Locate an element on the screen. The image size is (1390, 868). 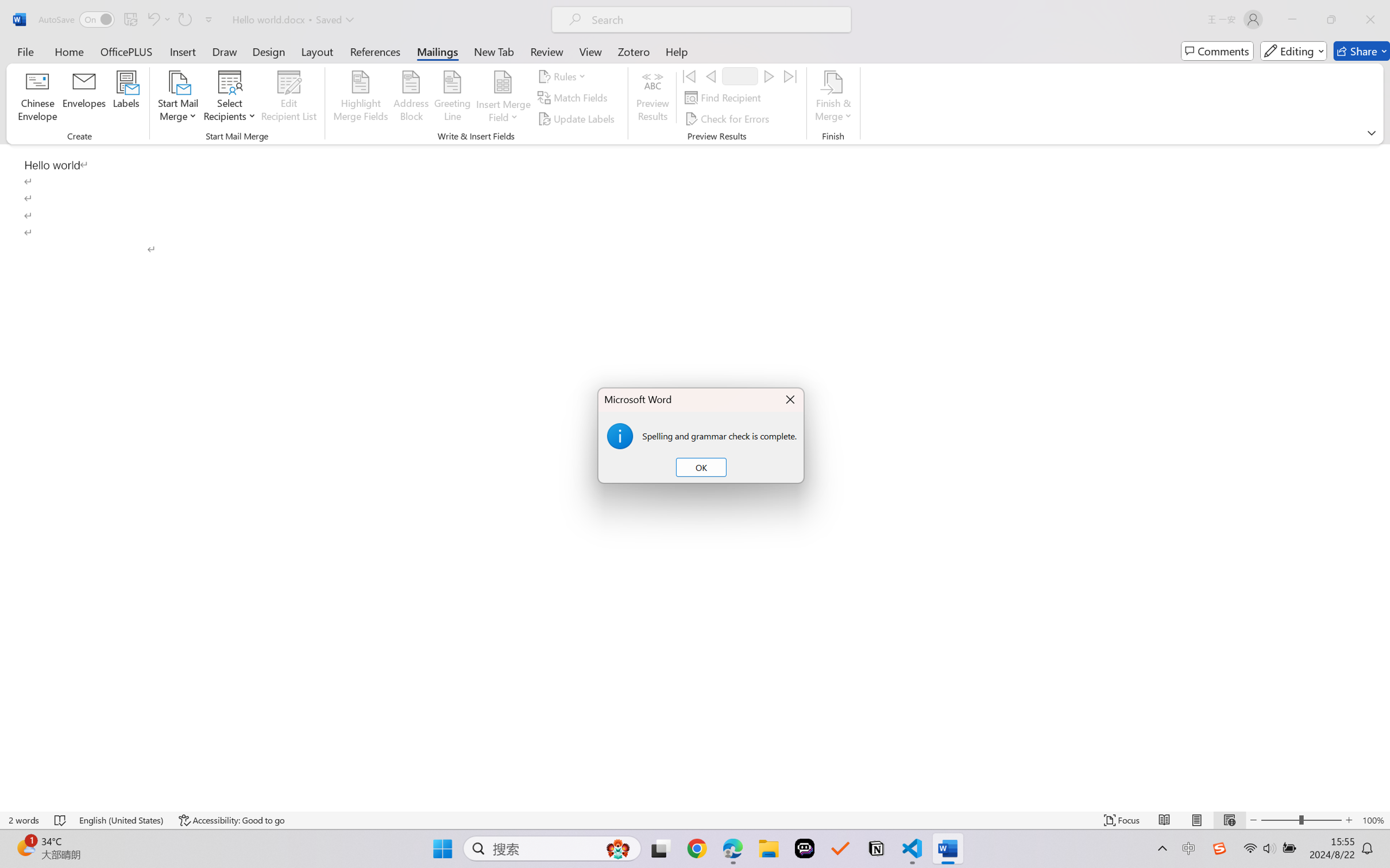
'Draw' is located at coordinates (225, 51).